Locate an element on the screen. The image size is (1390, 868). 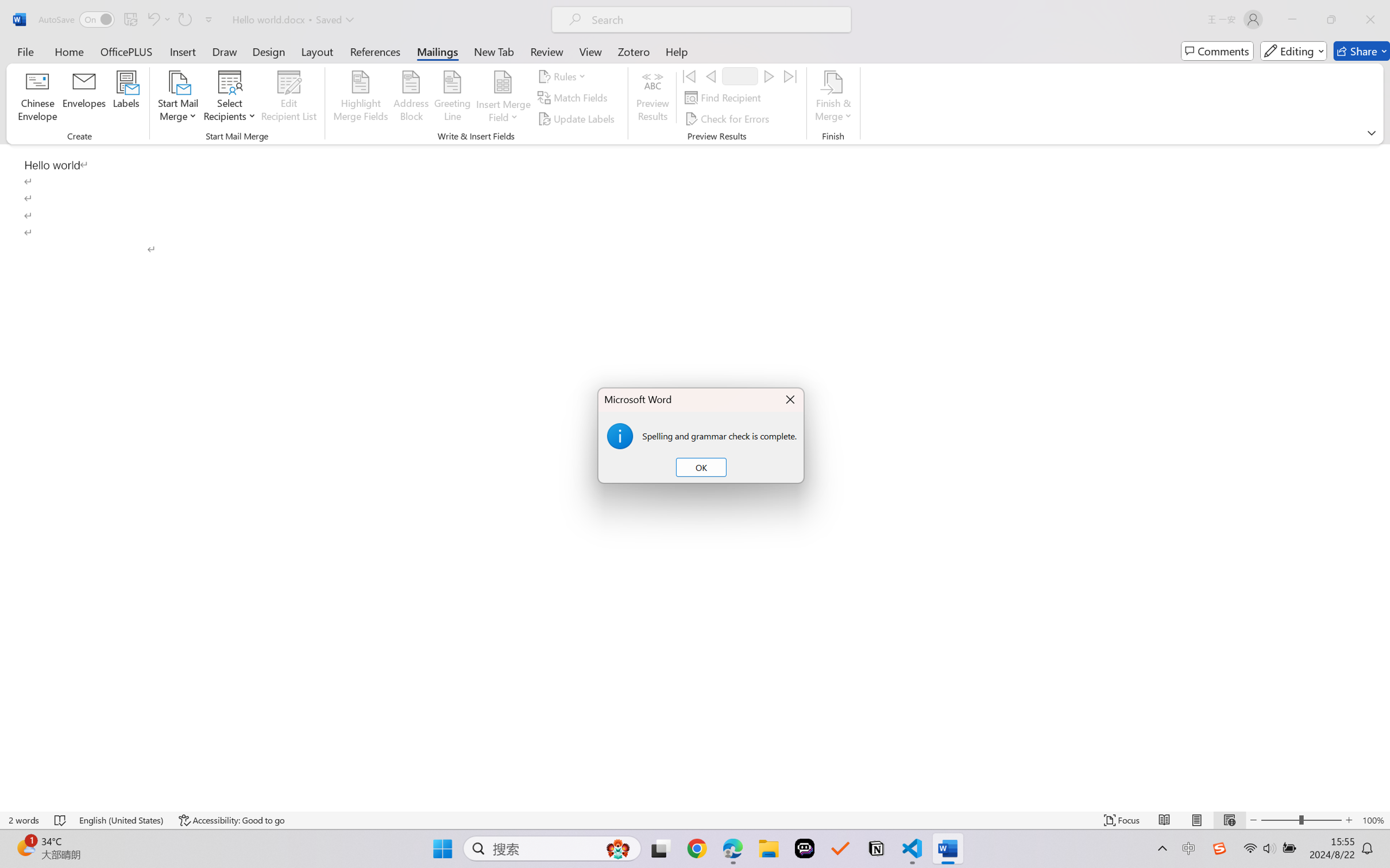
'Draw' is located at coordinates (225, 51).